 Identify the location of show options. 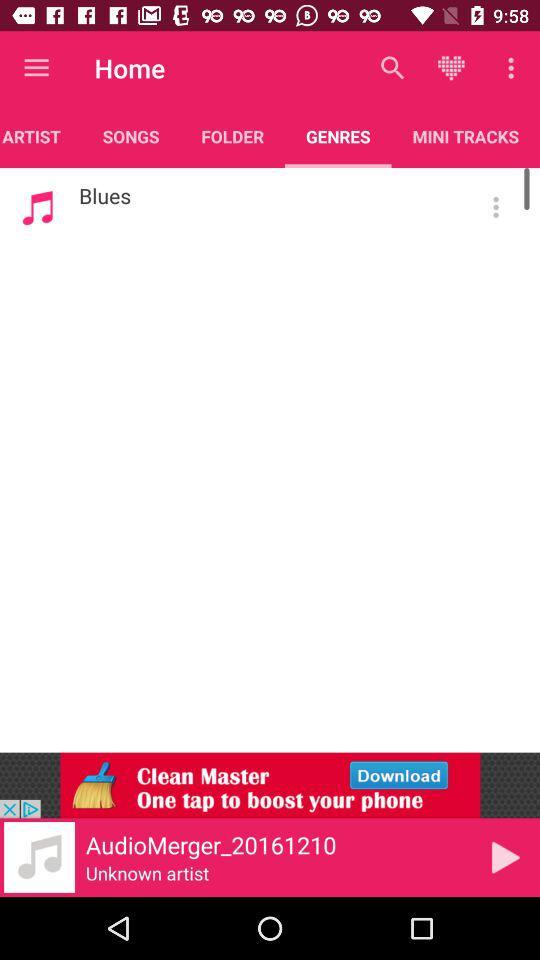
(495, 207).